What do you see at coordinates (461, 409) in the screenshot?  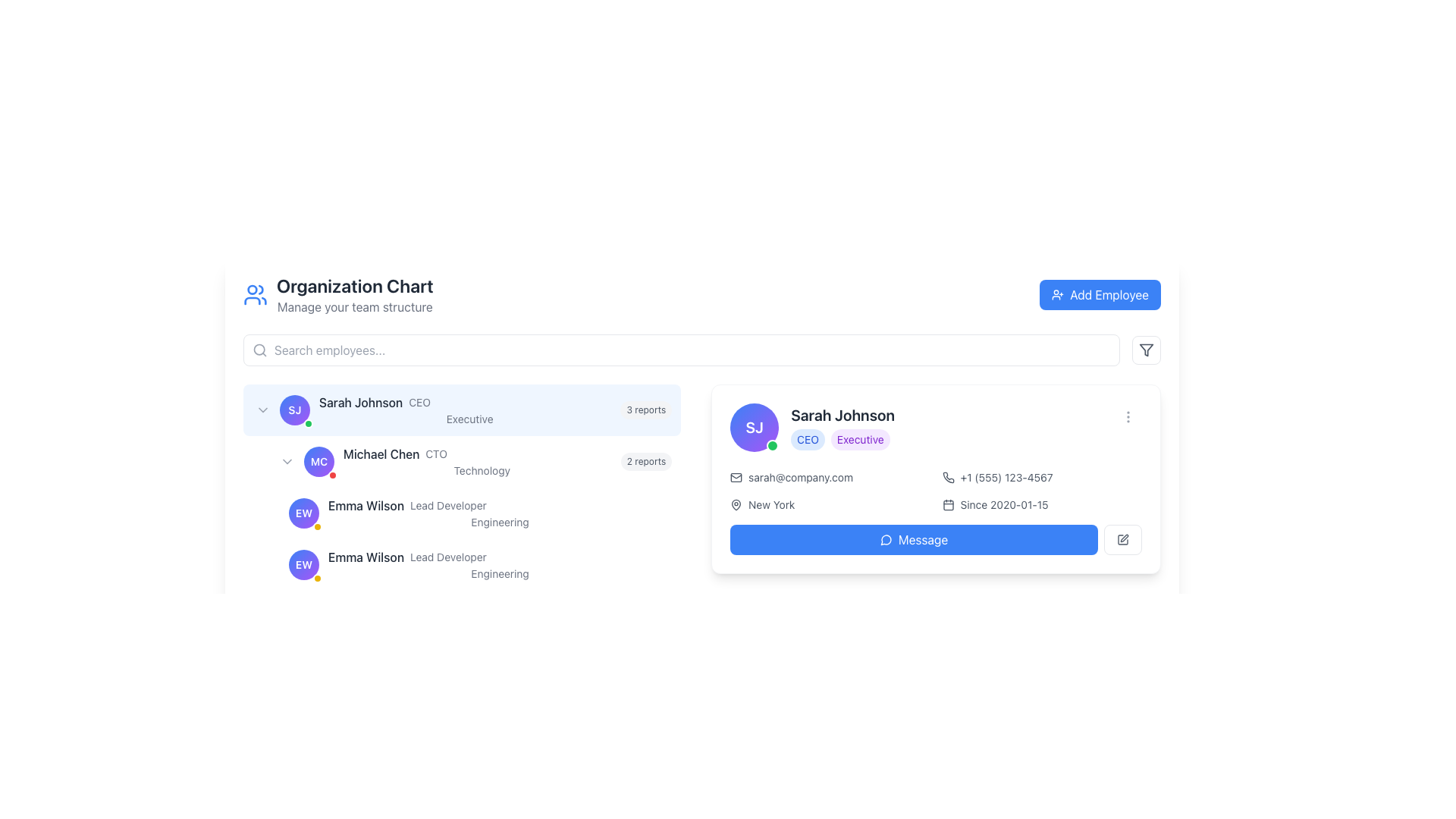 I see `the first List Item representing a person's profile in the organization chart` at bounding box center [461, 409].